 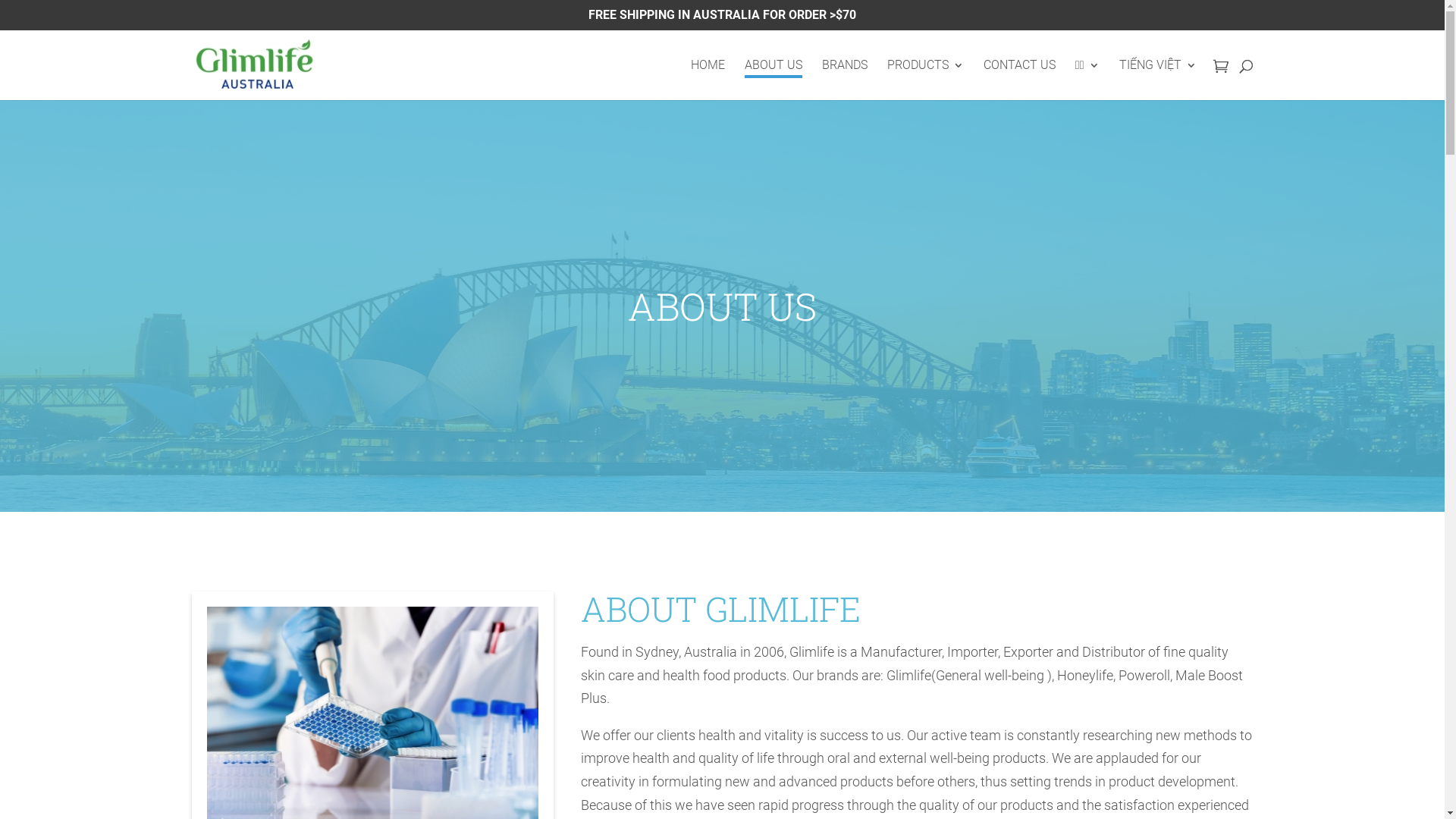 What do you see at coordinates (1019, 80) in the screenshot?
I see `'CONTACT US'` at bounding box center [1019, 80].